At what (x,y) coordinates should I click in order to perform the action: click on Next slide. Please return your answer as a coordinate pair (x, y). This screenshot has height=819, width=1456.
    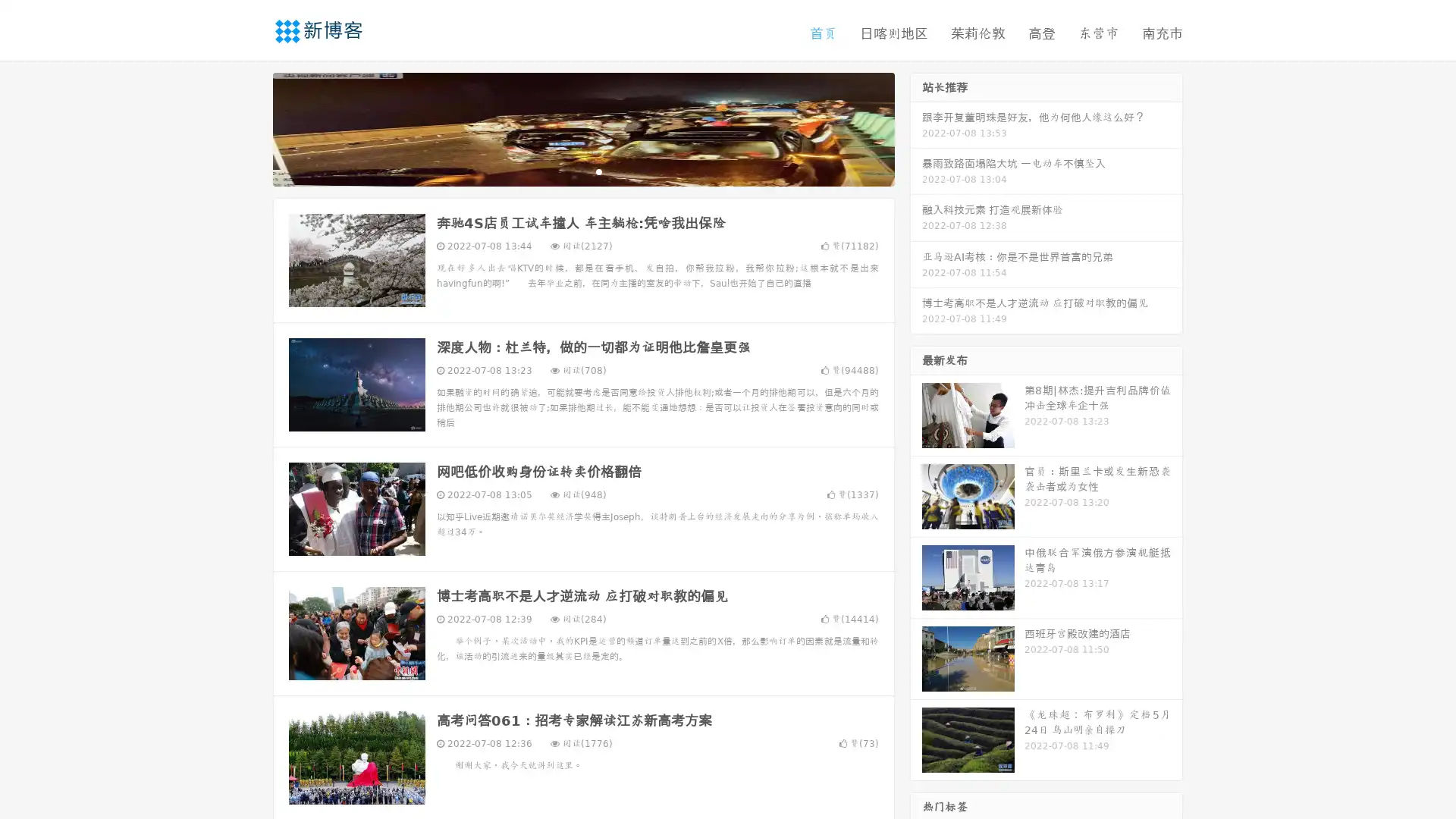
    Looking at the image, I should click on (916, 127).